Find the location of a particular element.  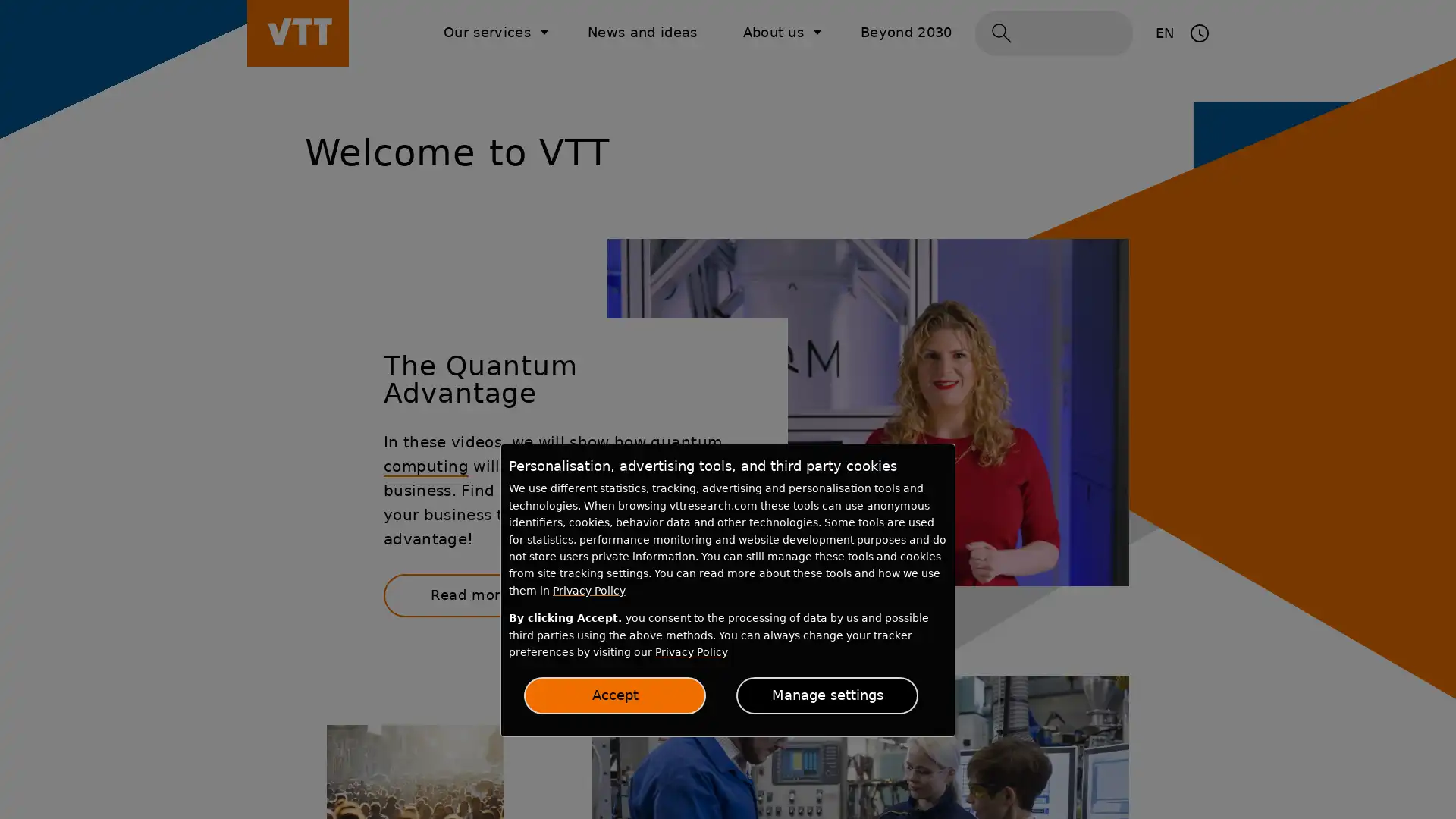

Manage settings is located at coordinates (826, 695).